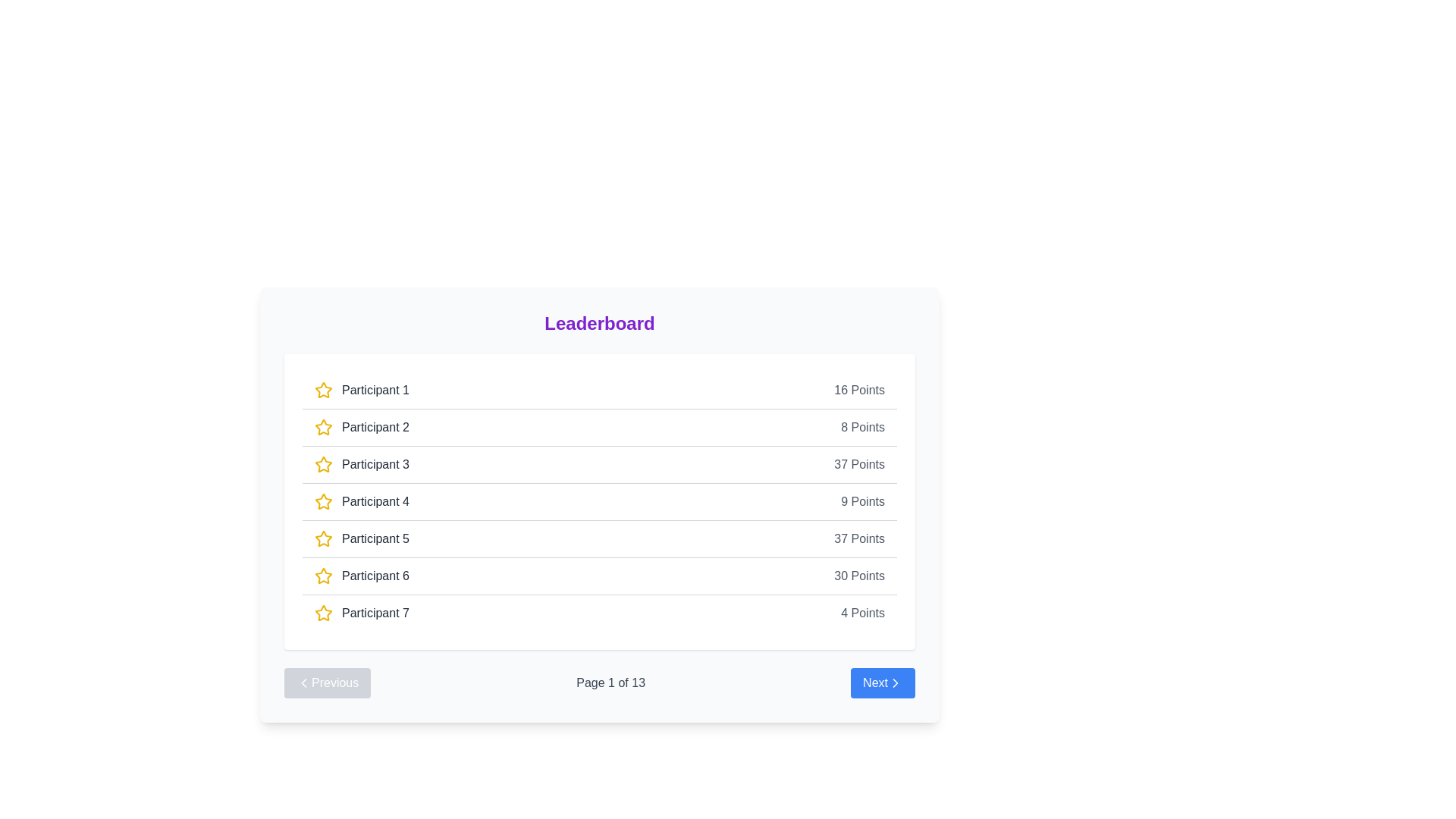  I want to click on the informational text label that indicates the current page number in the leaderboard data, located in the navigation bar at the bottom of the interface, so click(610, 683).